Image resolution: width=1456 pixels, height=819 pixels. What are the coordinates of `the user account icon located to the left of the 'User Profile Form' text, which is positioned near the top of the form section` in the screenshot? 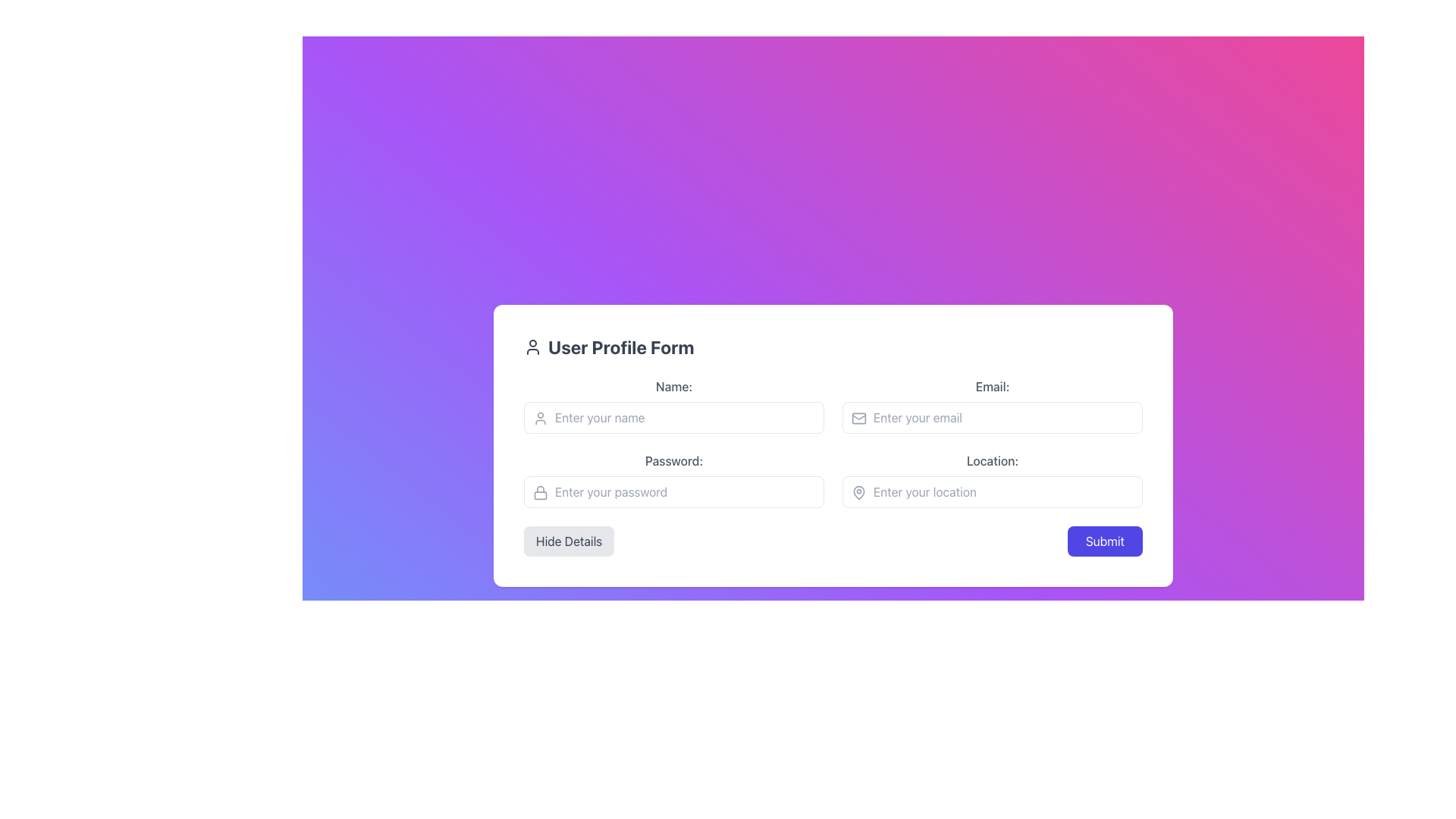 It's located at (532, 347).